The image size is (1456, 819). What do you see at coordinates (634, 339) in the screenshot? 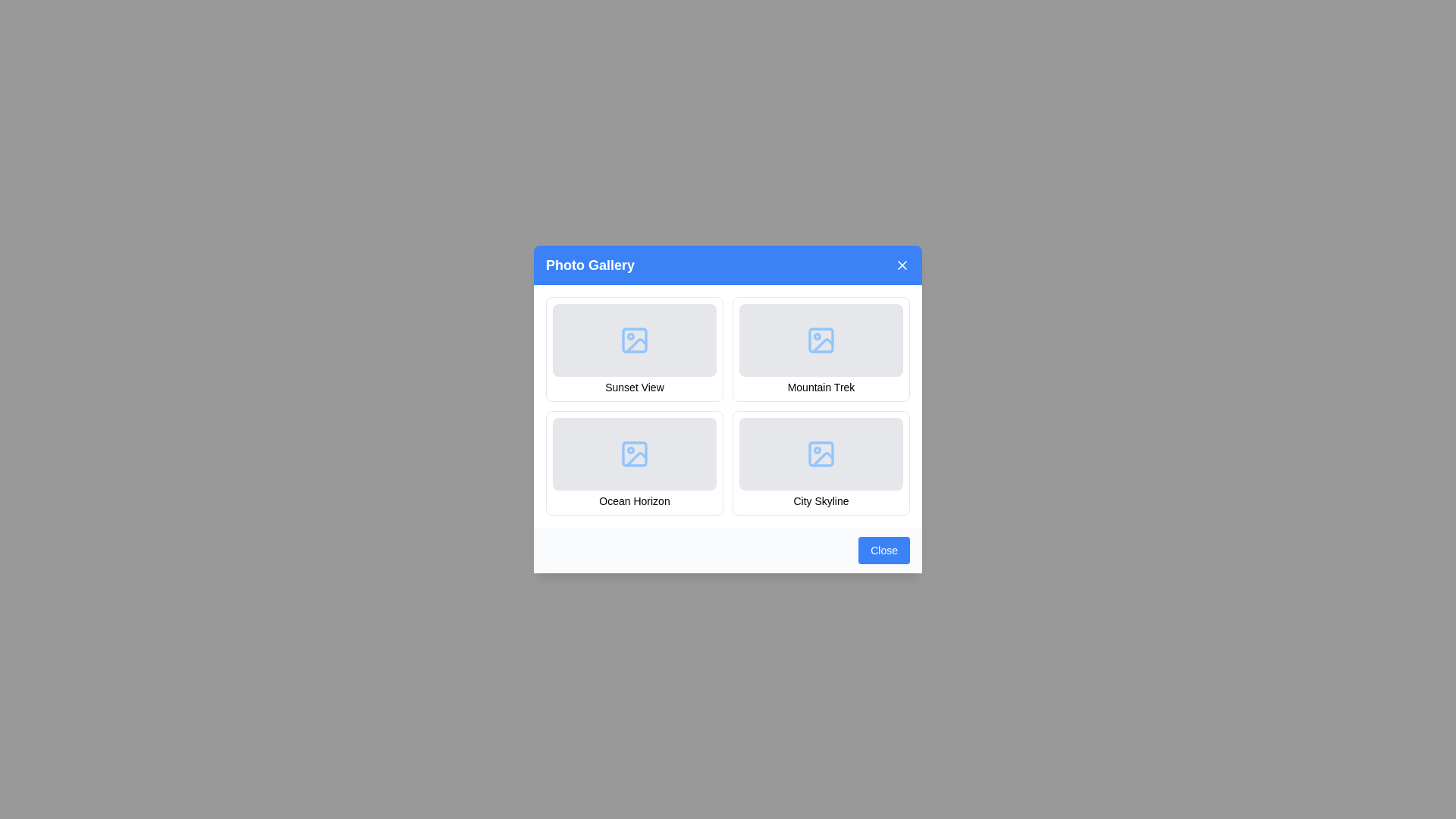
I see `the Decorative border within the image icon labeled 'Sunset View' in the top-left corner of the grid in the 'Photo Gallery' modal` at bounding box center [634, 339].